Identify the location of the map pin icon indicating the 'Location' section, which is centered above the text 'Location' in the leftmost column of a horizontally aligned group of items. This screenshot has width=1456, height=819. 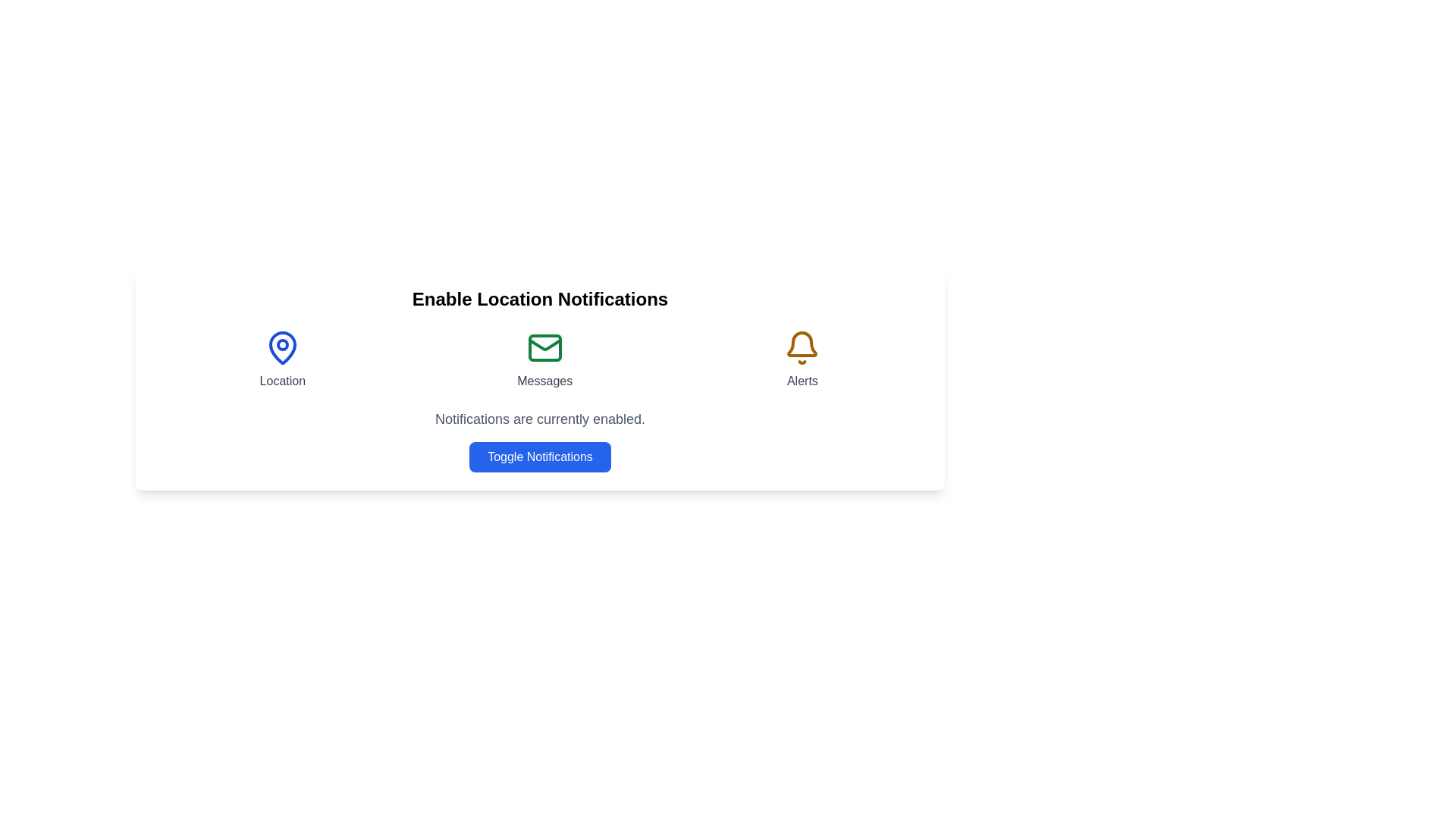
(282, 348).